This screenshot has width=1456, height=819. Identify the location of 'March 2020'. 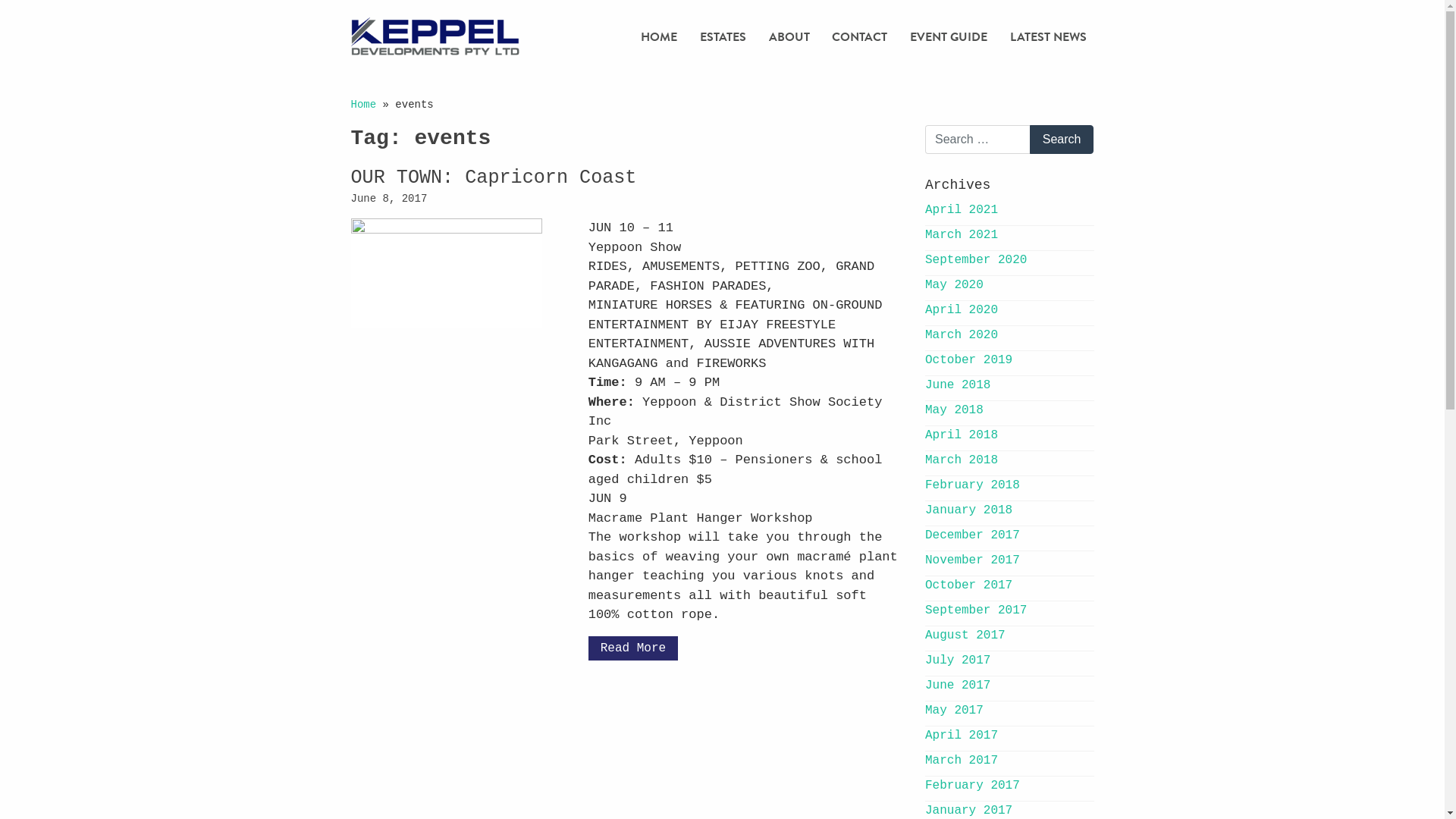
(960, 334).